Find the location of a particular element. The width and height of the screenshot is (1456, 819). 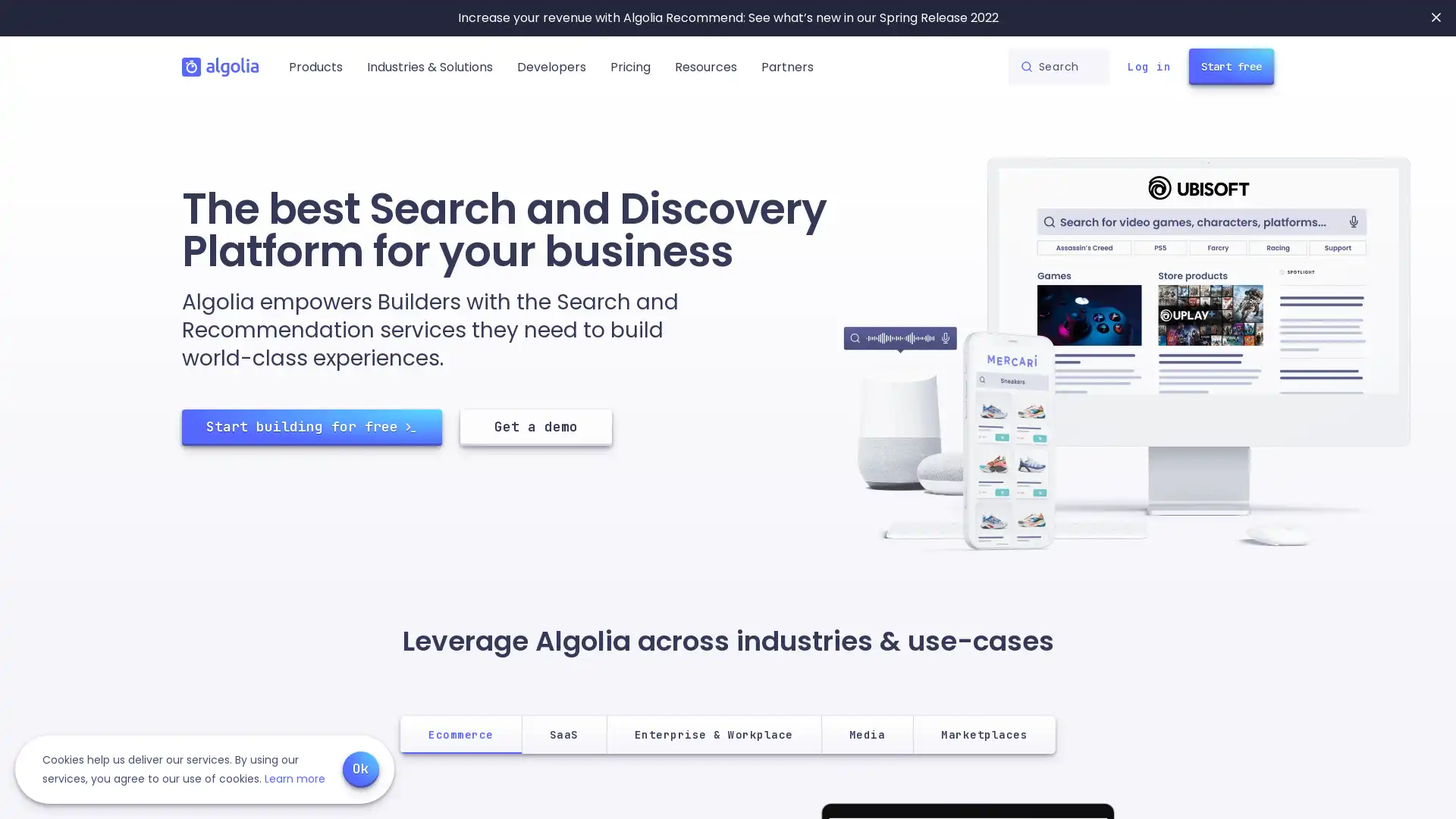

Developers is located at coordinates (557, 66).